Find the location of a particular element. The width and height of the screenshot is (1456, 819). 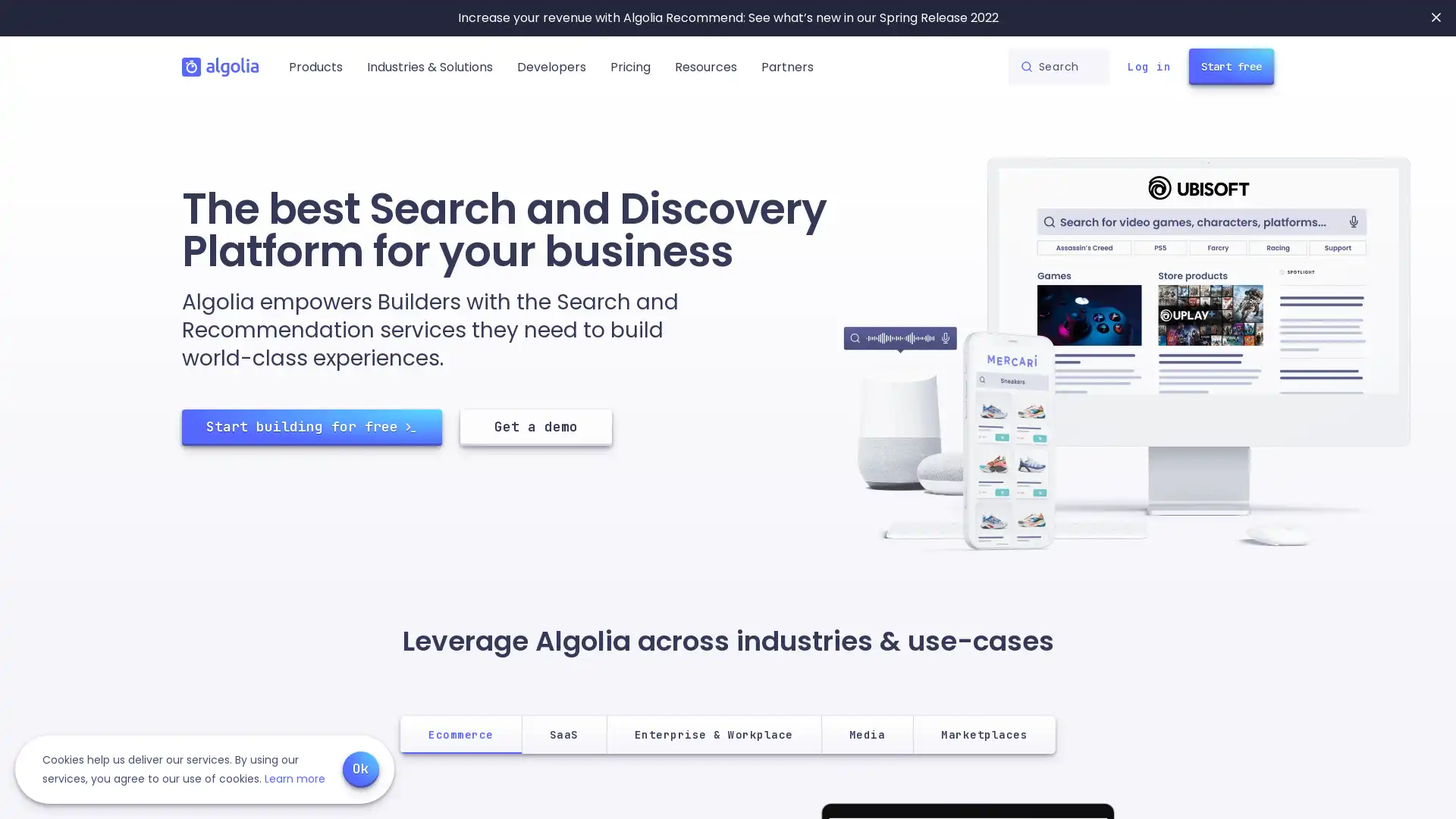

Developers is located at coordinates (557, 66).